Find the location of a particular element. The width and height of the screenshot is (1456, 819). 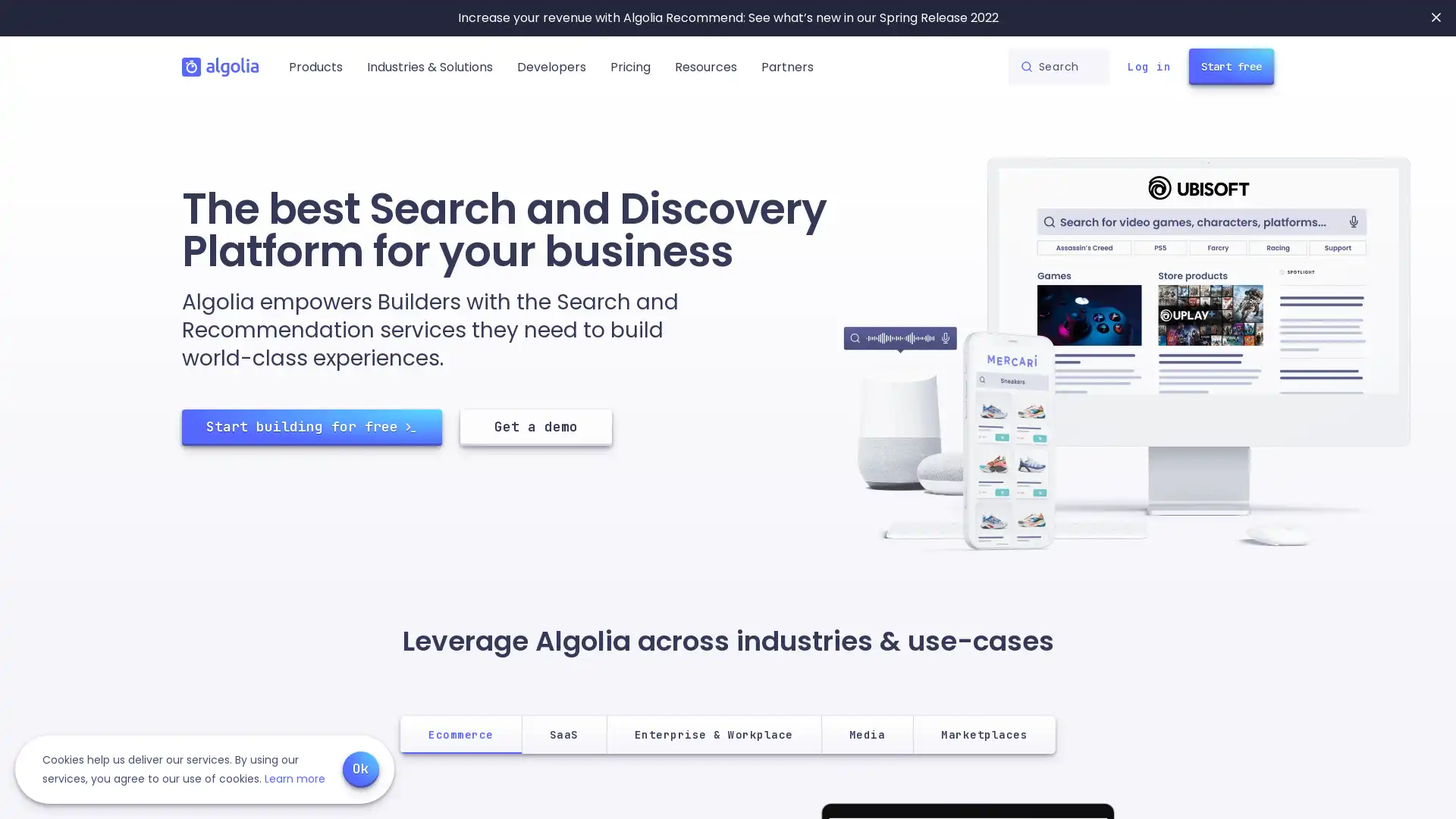

Developers is located at coordinates (557, 66).